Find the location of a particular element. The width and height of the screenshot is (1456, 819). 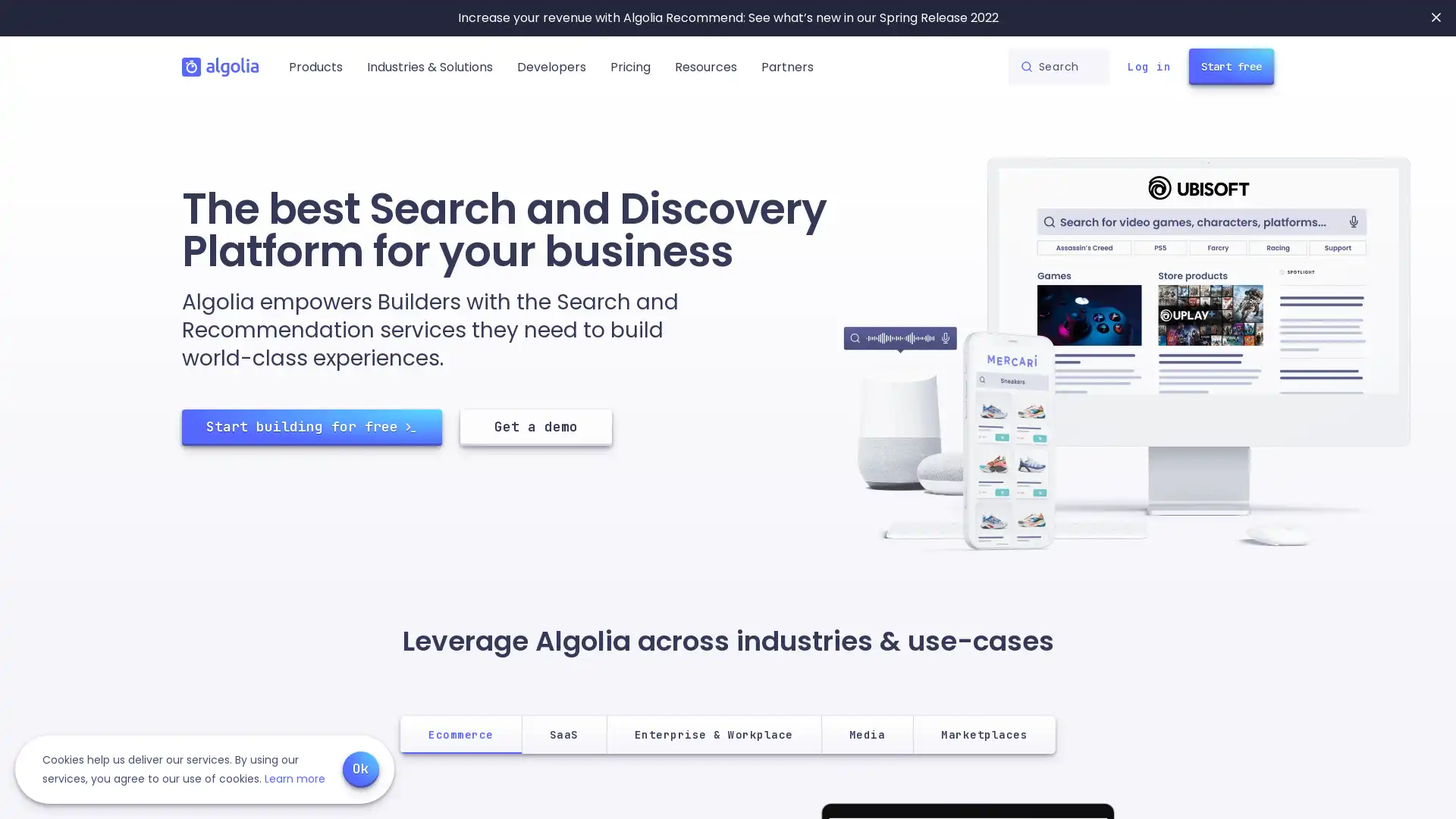

Developers is located at coordinates (557, 66).